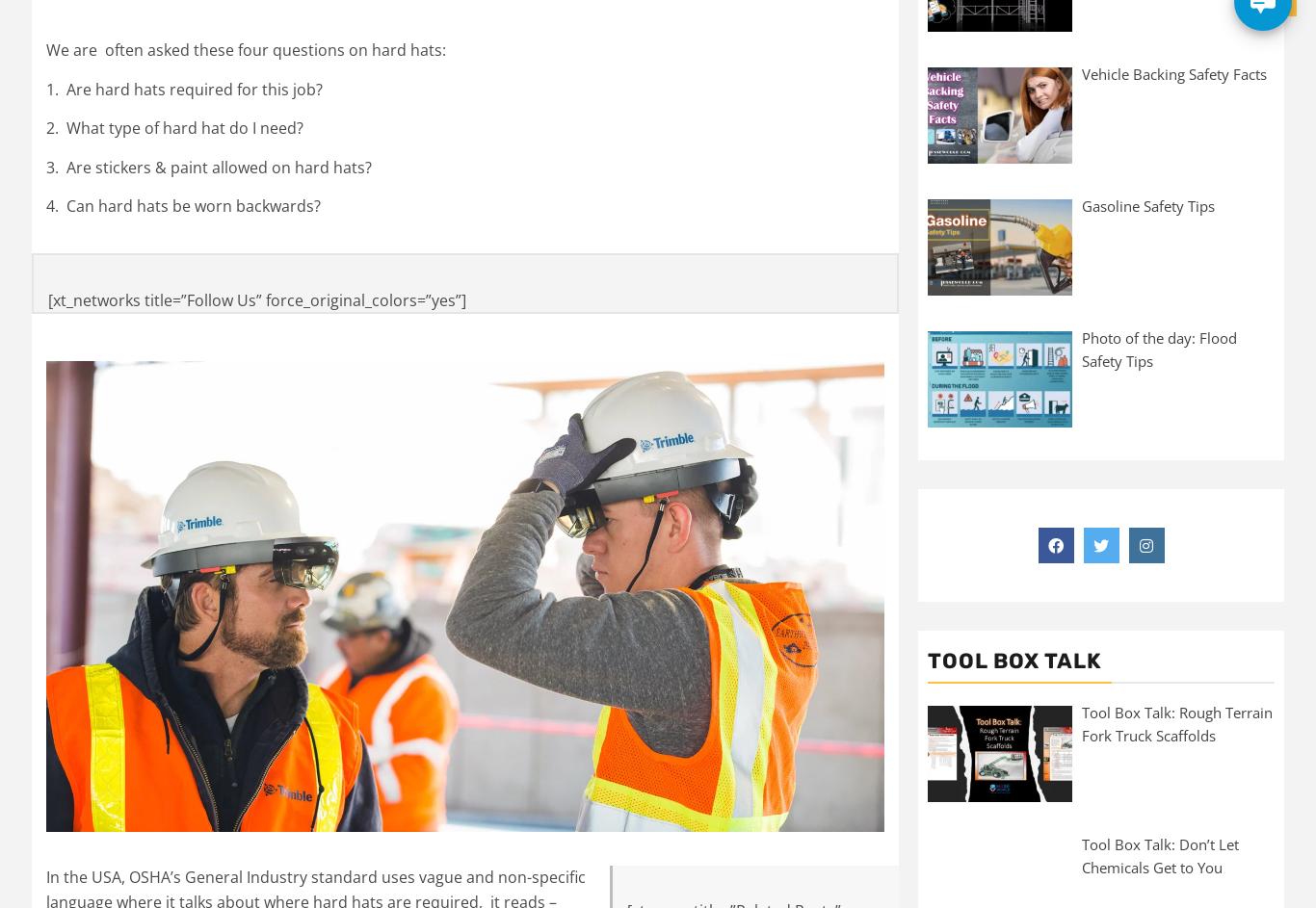 The height and width of the screenshot is (908, 1316). Describe the element at coordinates (47, 298) in the screenshot. I see `'[xt_networks title=”Follow Us” force_original_colors=”yes”]'` at that location.